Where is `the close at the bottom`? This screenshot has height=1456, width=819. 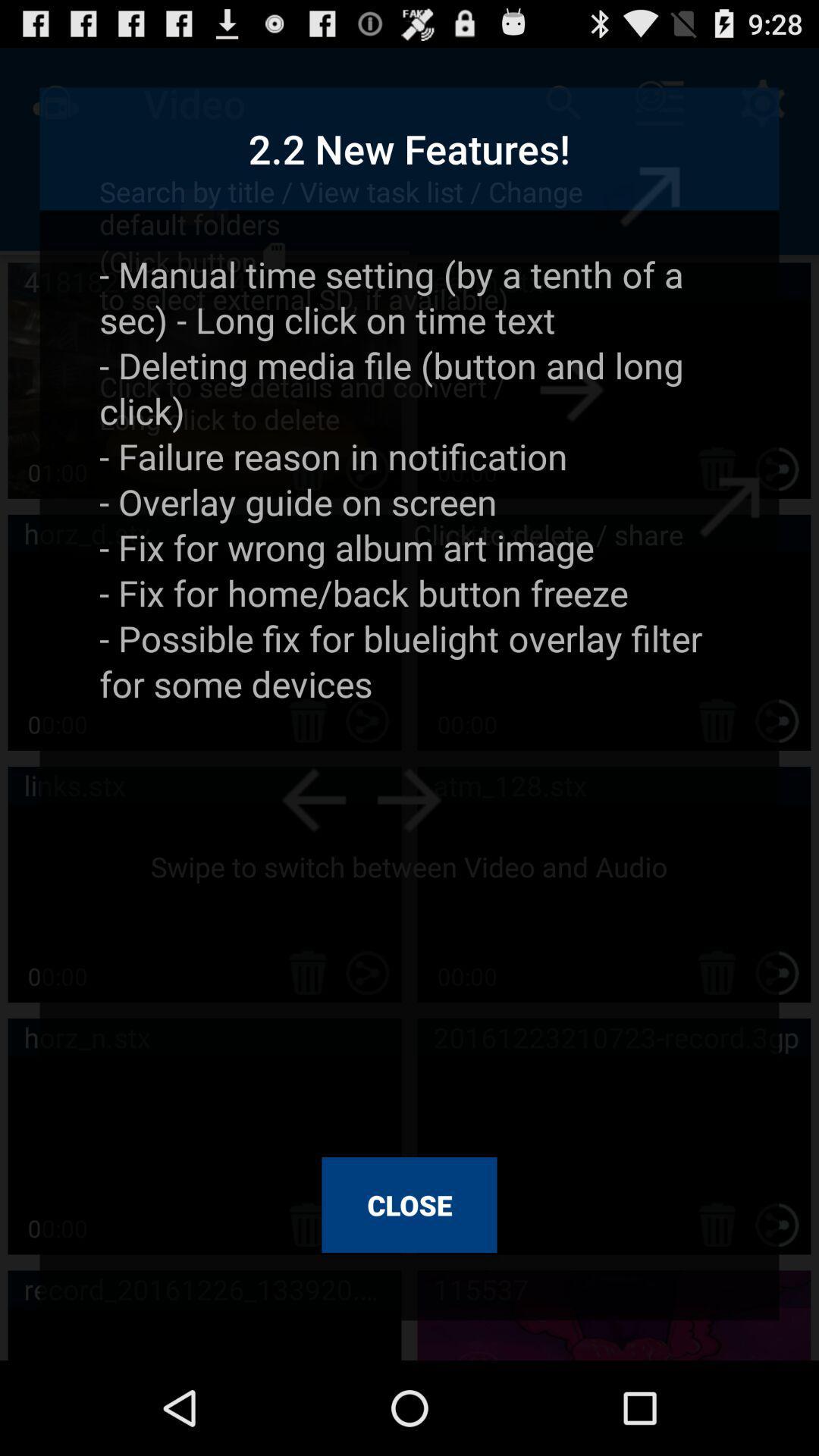
the close at the bottom is located at coordinates (409, 1204).